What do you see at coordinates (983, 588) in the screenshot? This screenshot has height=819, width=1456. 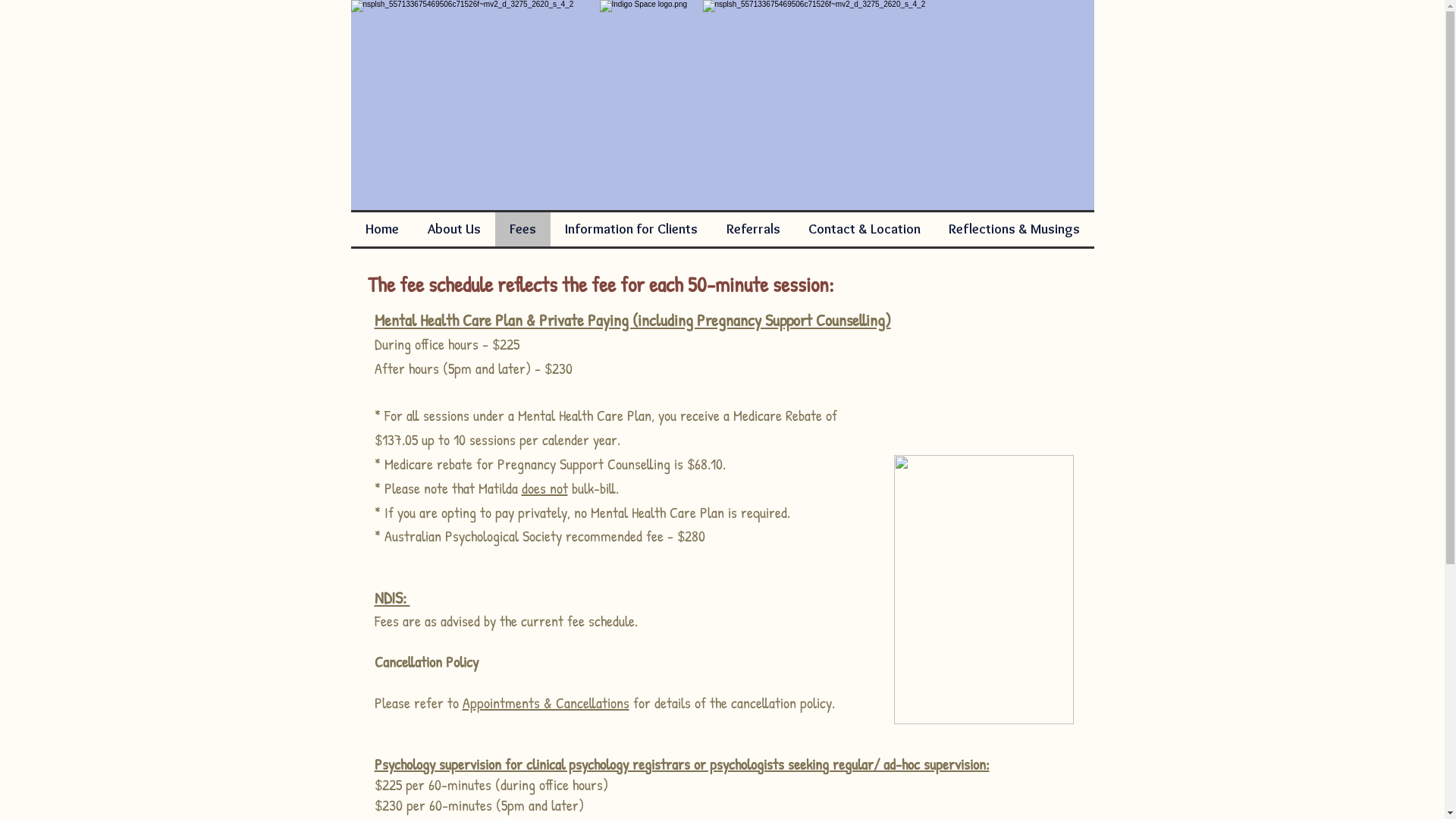 I see `'pebbles 2'` at bounding box center [983, 588].